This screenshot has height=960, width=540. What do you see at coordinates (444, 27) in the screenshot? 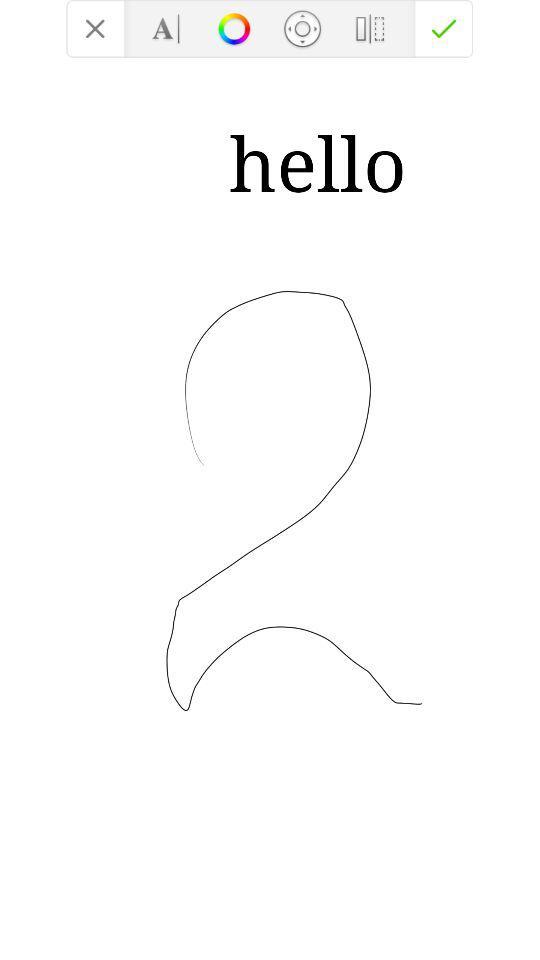
I see `save` at bounding box center [444, 27].